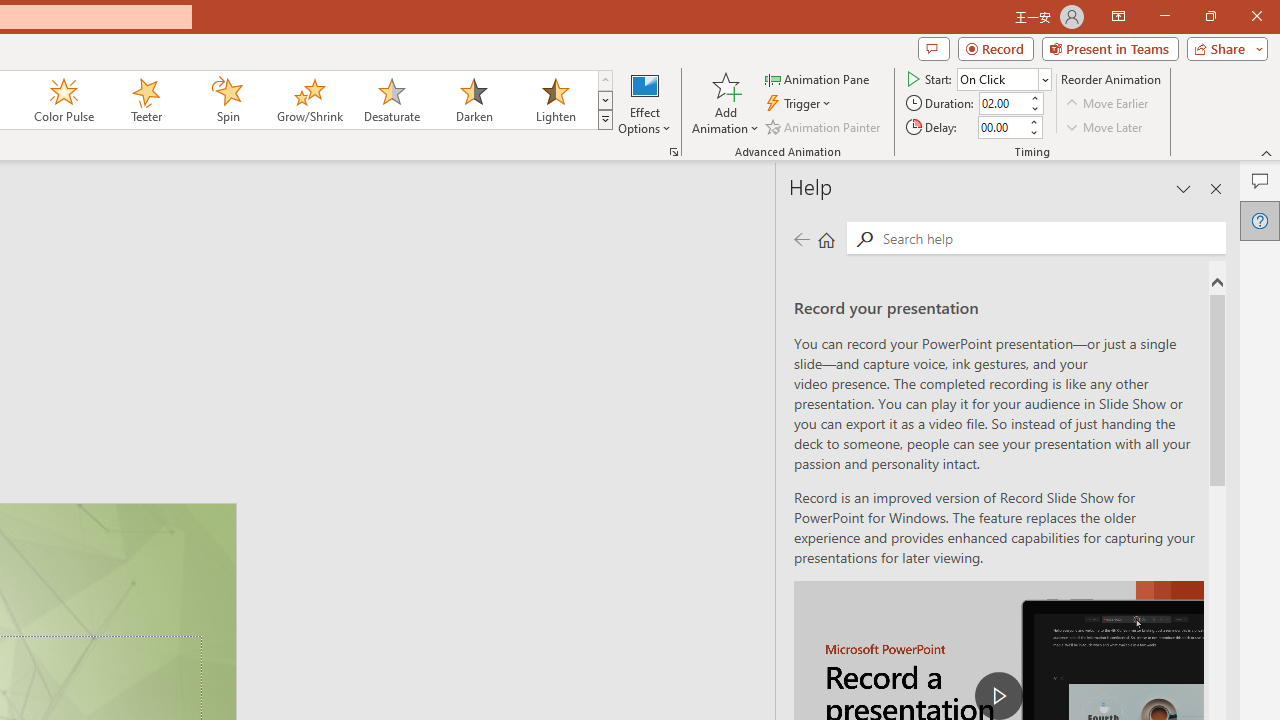 The width and height of the screenshot is (1280, 720). Describe the element at coordinates (227, 100) in the screenshot. I see `'Spin'` at that location.